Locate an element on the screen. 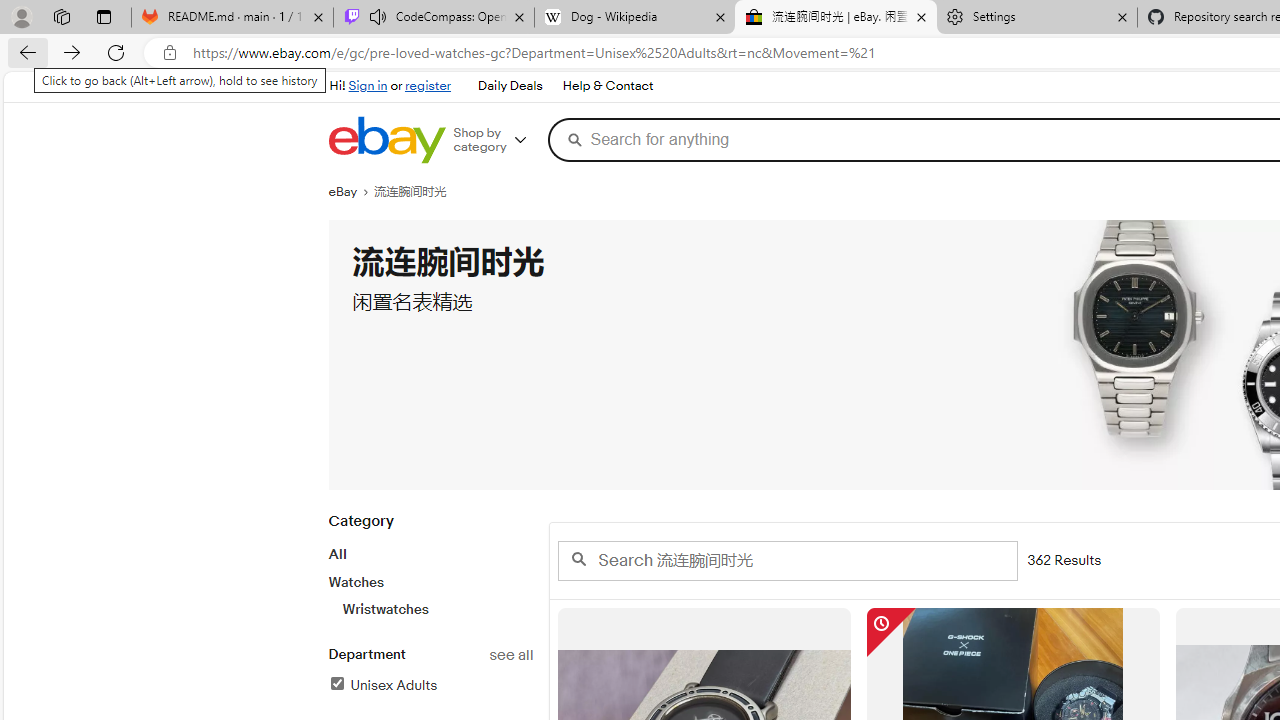 The width and height of the screenshot is (1280, 720). 'Shop by category' is located at coordinates (497, 139).